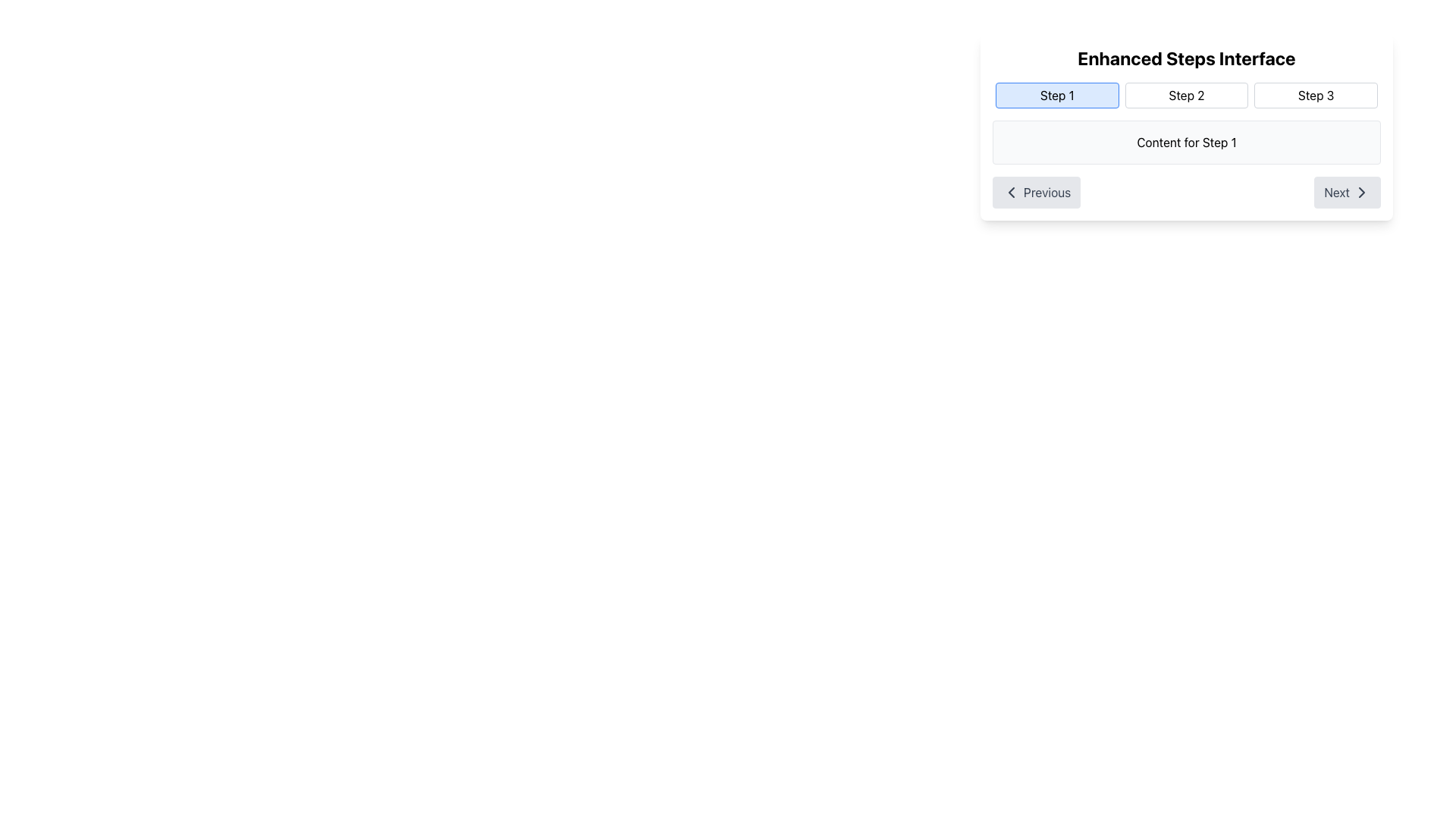  What do you see at coordinates (1012, 192) in the screenshot?
I see `the left-pointing chevron arrow icon within the 'Previous' button` at bounding box center [1012, 192].